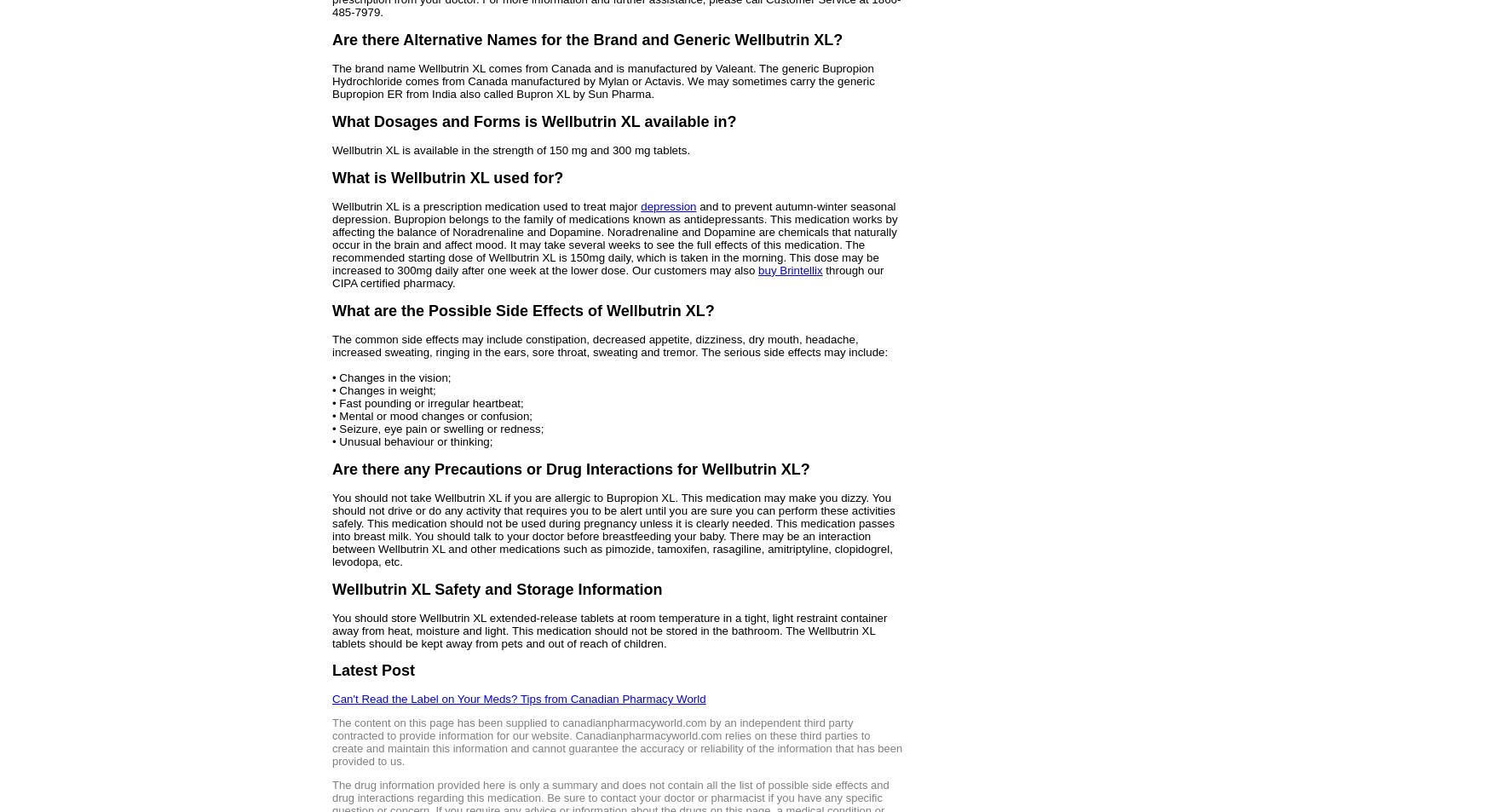  I want to click on 'What is Wellbutrin XL used for?', so click(446, 176).